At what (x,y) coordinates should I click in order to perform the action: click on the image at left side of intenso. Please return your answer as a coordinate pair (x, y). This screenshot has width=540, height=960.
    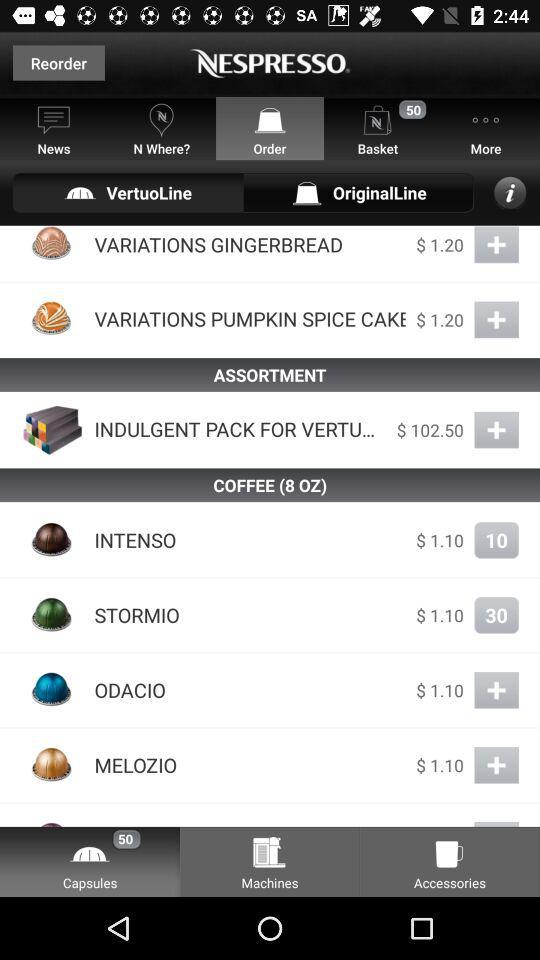
    Looking at the image, I should click on (52, 539).